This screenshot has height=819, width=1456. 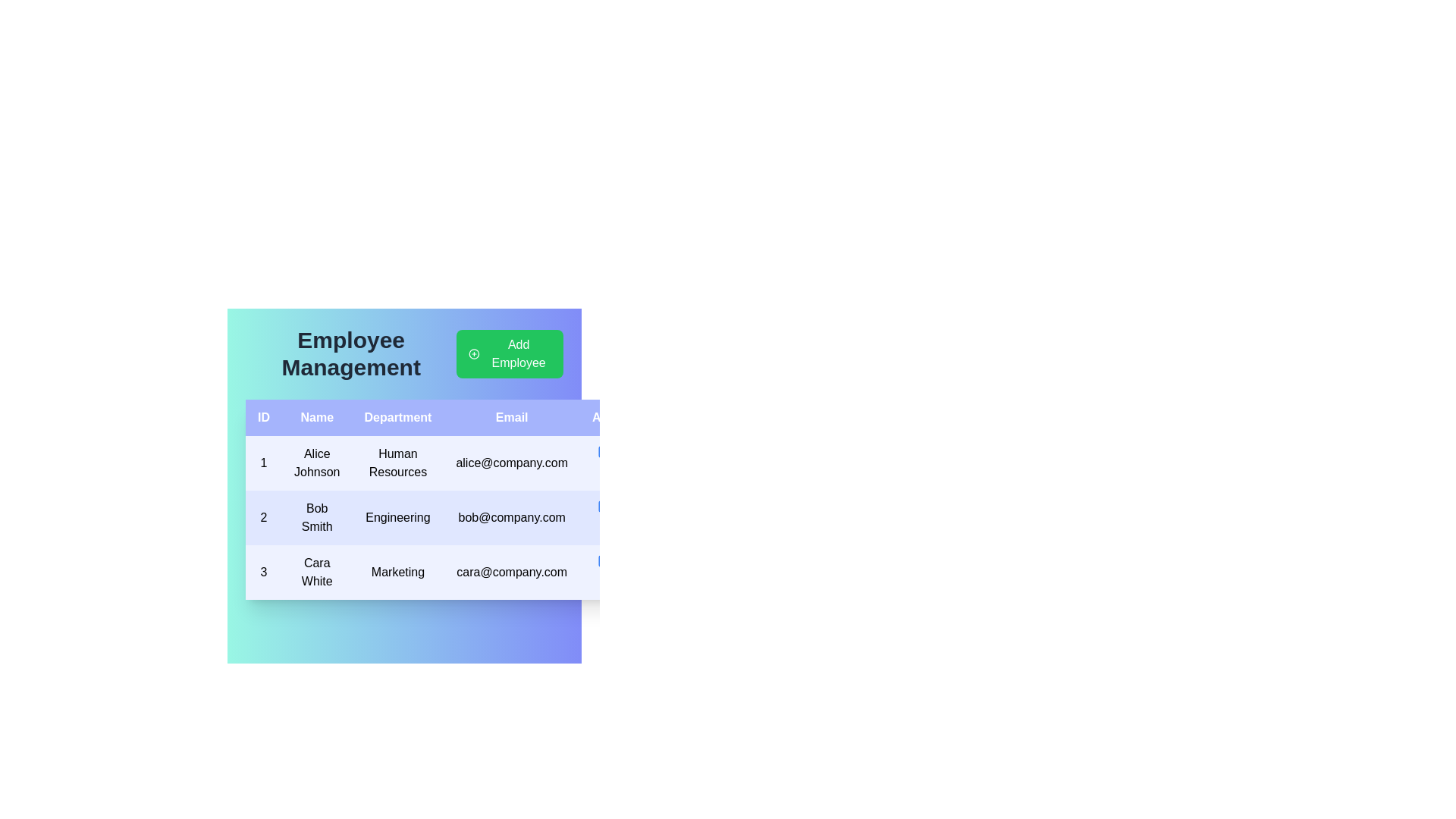 What do you see at coordinates (397, 418) in the screenshot?
I see `the 'Department' text label in the table header` at bounding box center [397, 418].